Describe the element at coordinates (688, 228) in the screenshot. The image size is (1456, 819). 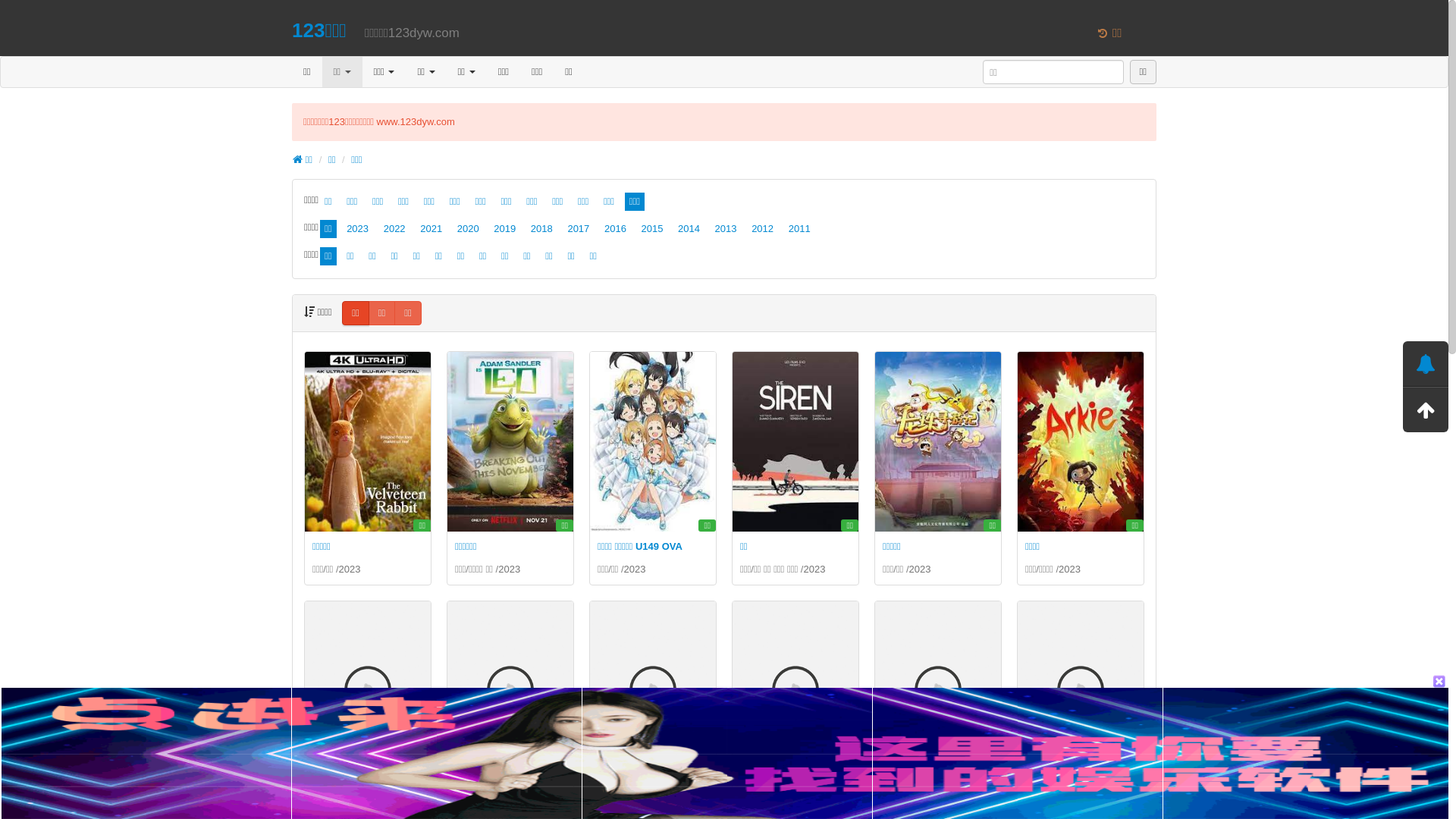
I see `'2014'` at that location.